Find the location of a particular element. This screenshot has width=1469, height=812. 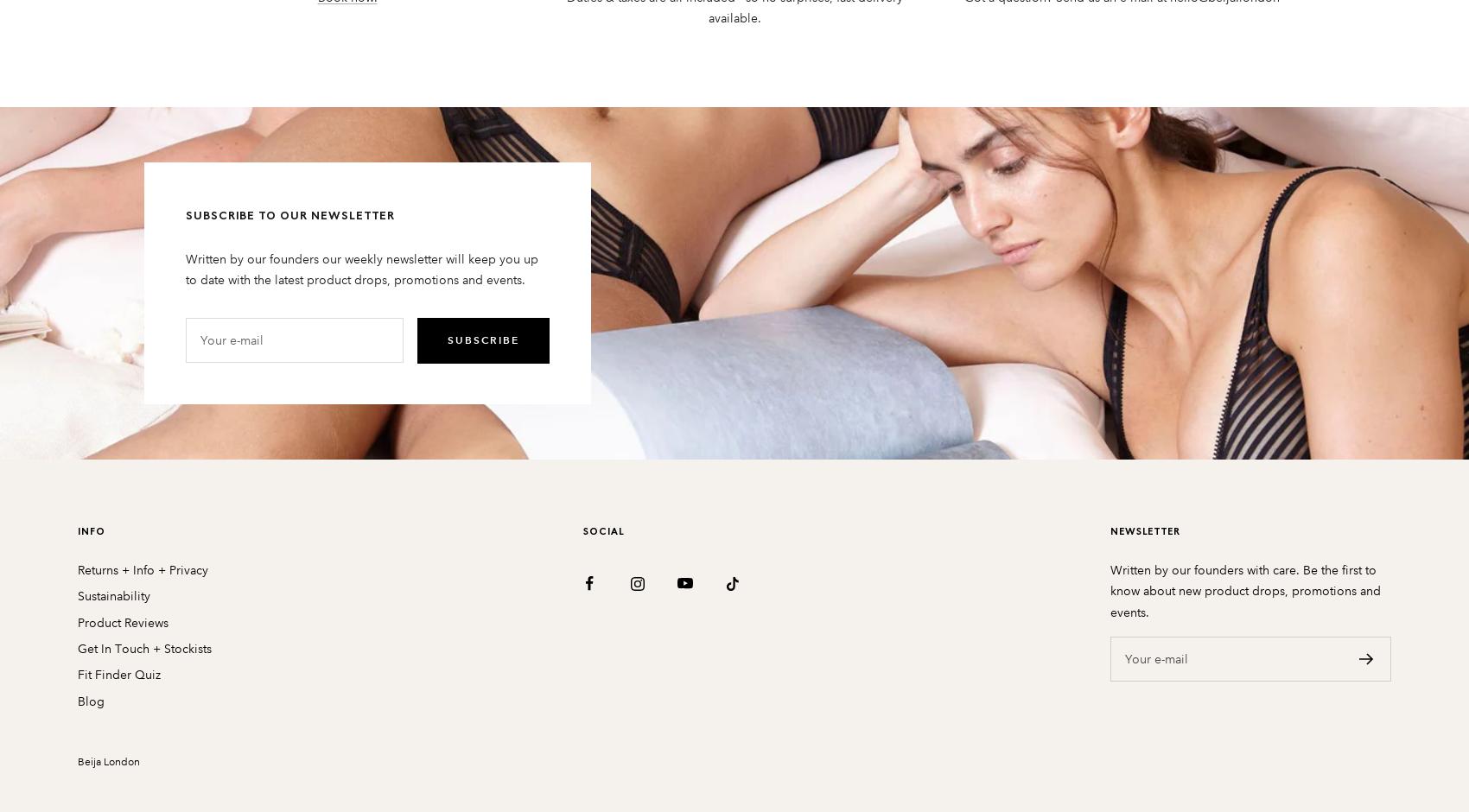

'SOCIAL' is located at coordinates (603, 530).